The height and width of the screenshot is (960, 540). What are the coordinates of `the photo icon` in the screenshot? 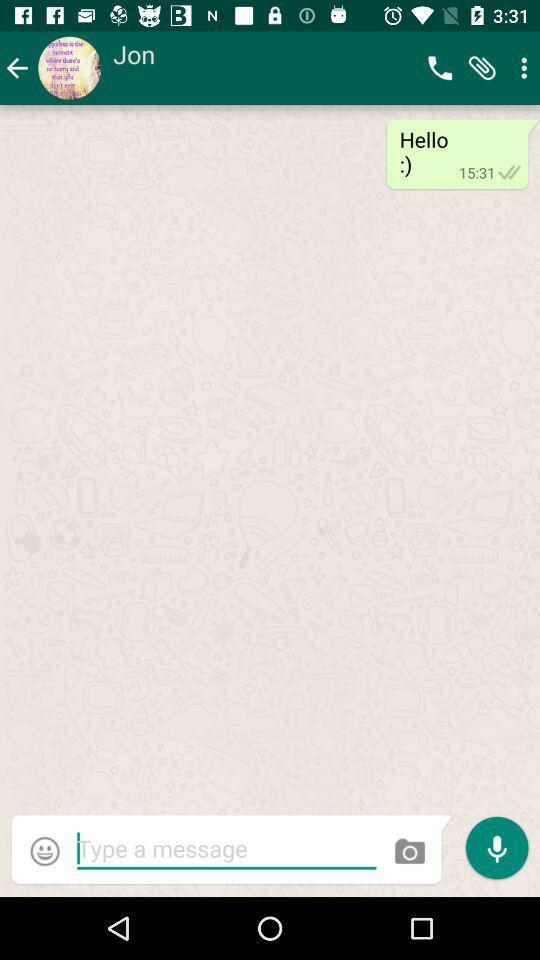 It's located at (408, 851).